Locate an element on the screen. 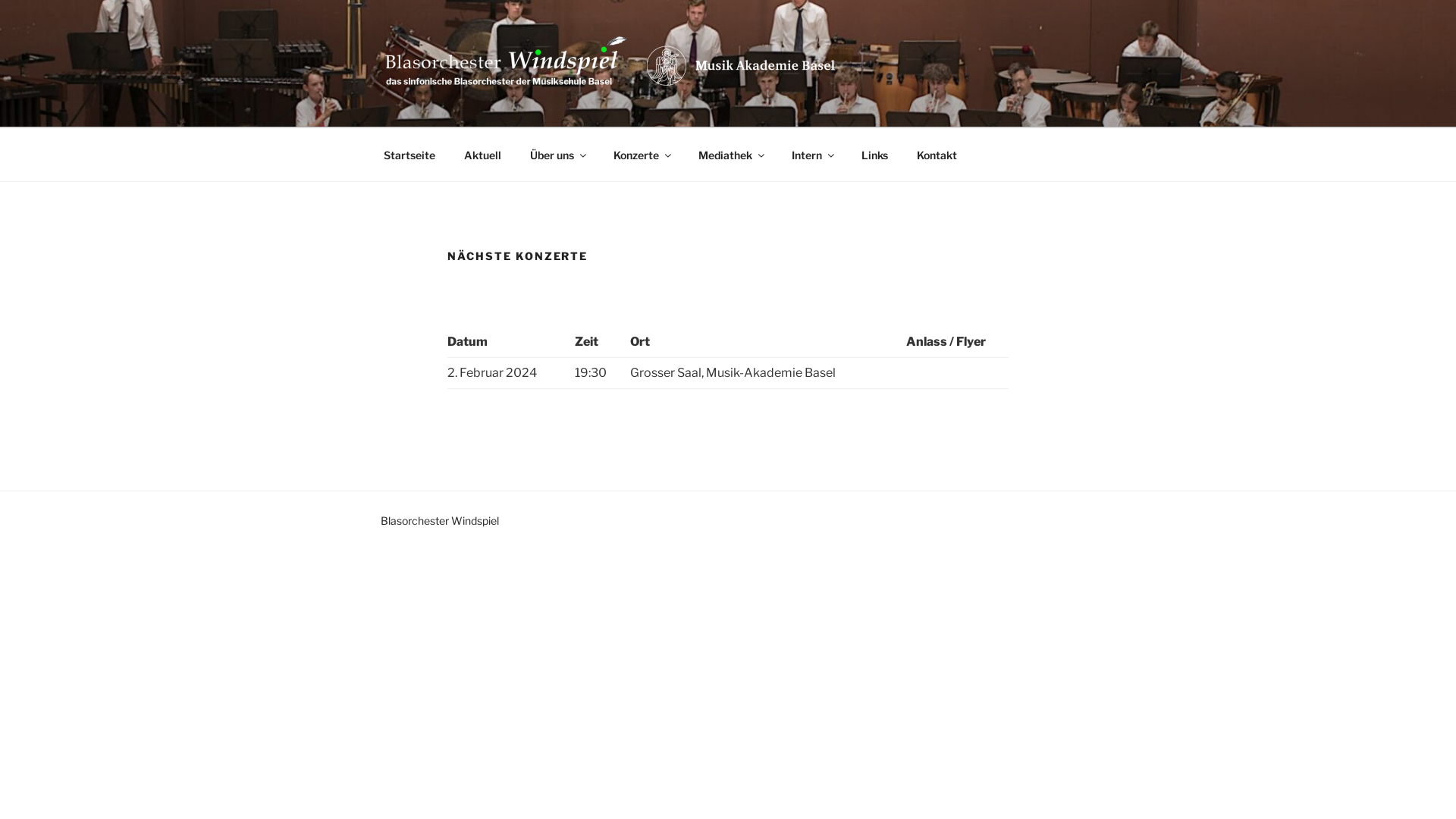  'WINDSPIEL' is located at coordinates (475, 107).